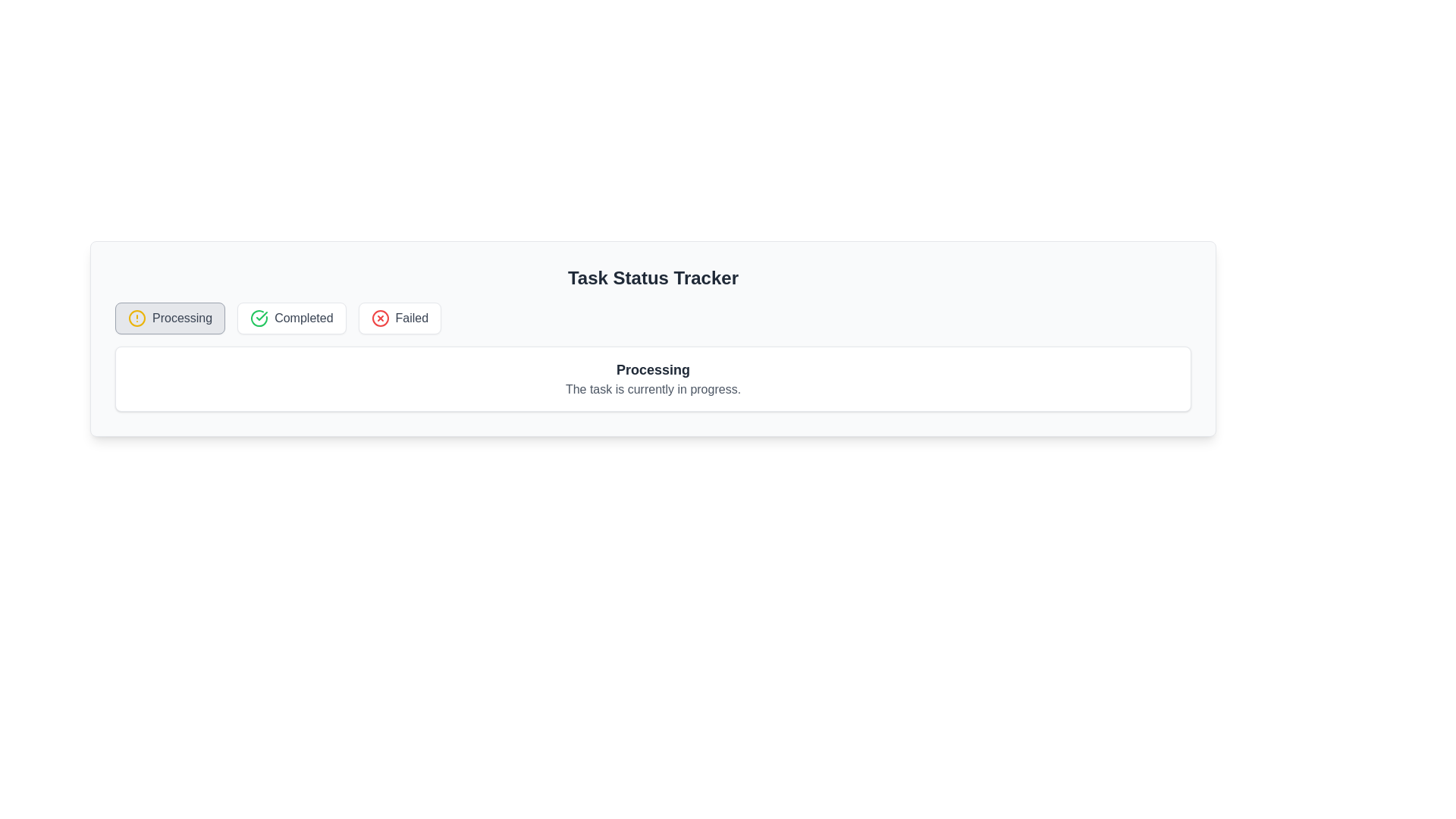 The image size is (1456, 819). What do you see at coordinates (653, 388) in the screenshot?
I see `the text element that reads 'The task is currently in progress.' which is styled in gray and located below the 'Processing' text within a white, bordered, shadowed box` at bounding box center [653, 388].